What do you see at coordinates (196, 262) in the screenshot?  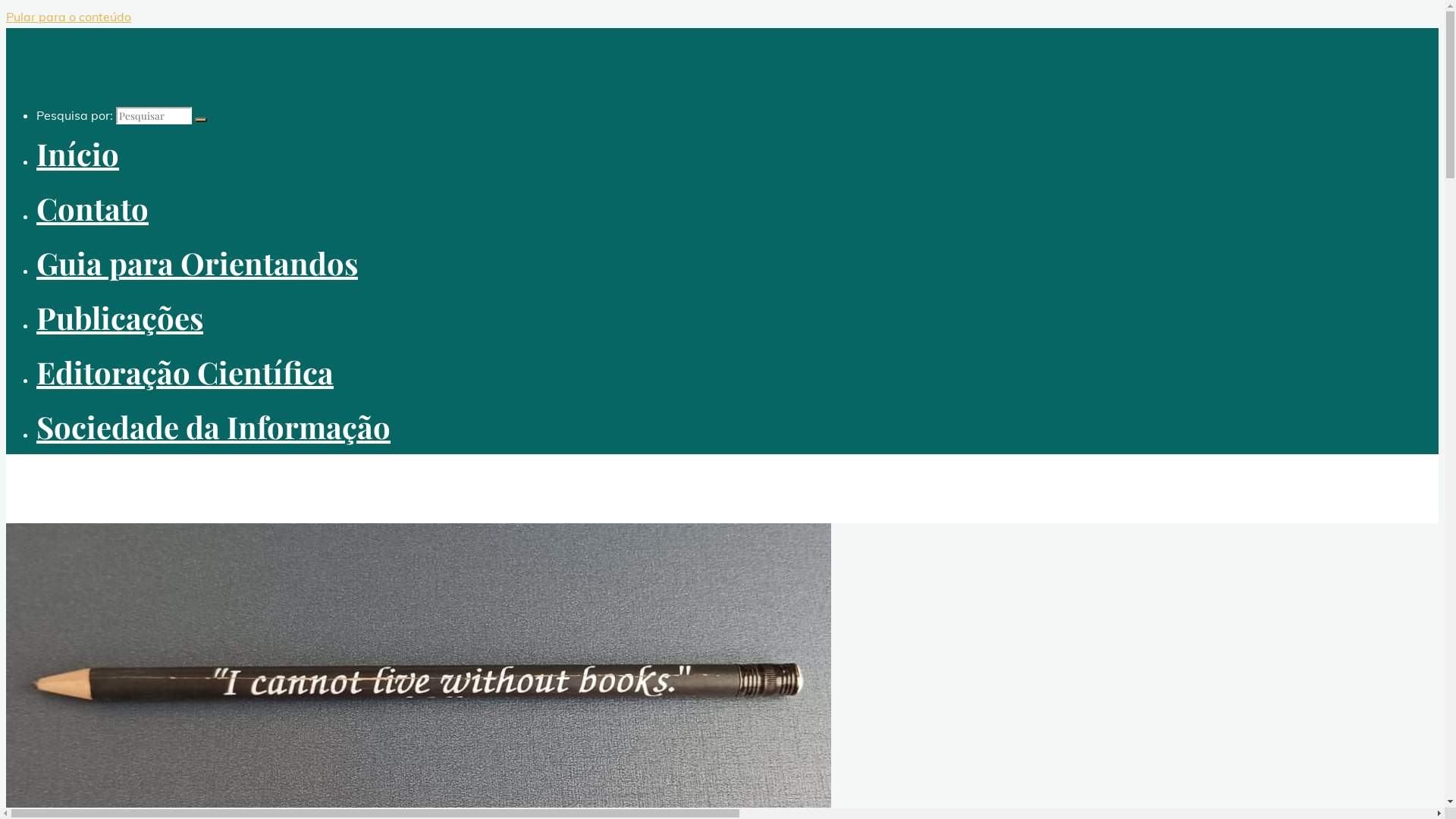 I see `'Guia para Orientandos'` at bounding box center [196, 262].